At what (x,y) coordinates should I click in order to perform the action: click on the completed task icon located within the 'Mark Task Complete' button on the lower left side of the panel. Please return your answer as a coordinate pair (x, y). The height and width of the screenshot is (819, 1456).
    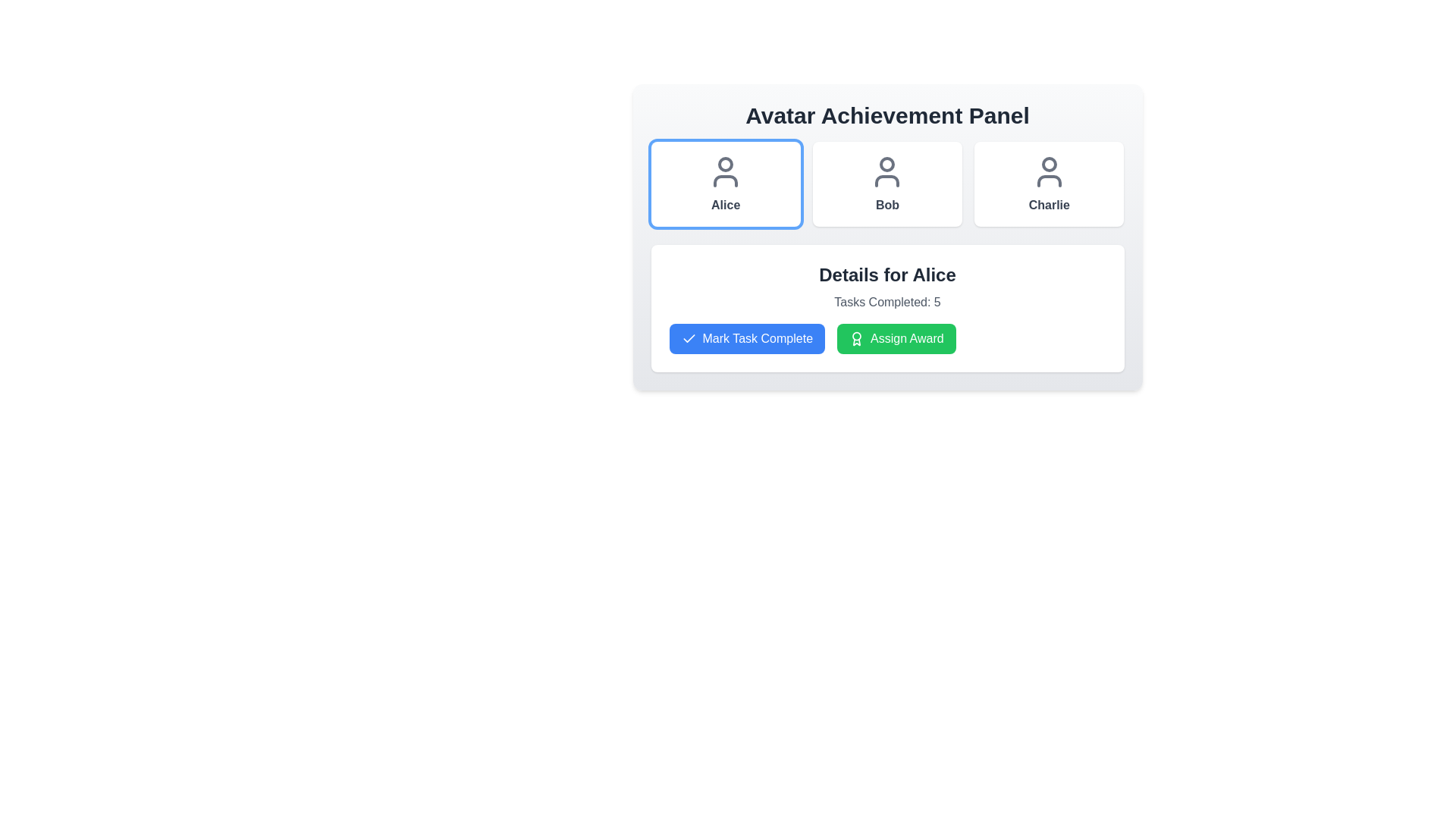
    Looking at the image, I should click on (688, 337).